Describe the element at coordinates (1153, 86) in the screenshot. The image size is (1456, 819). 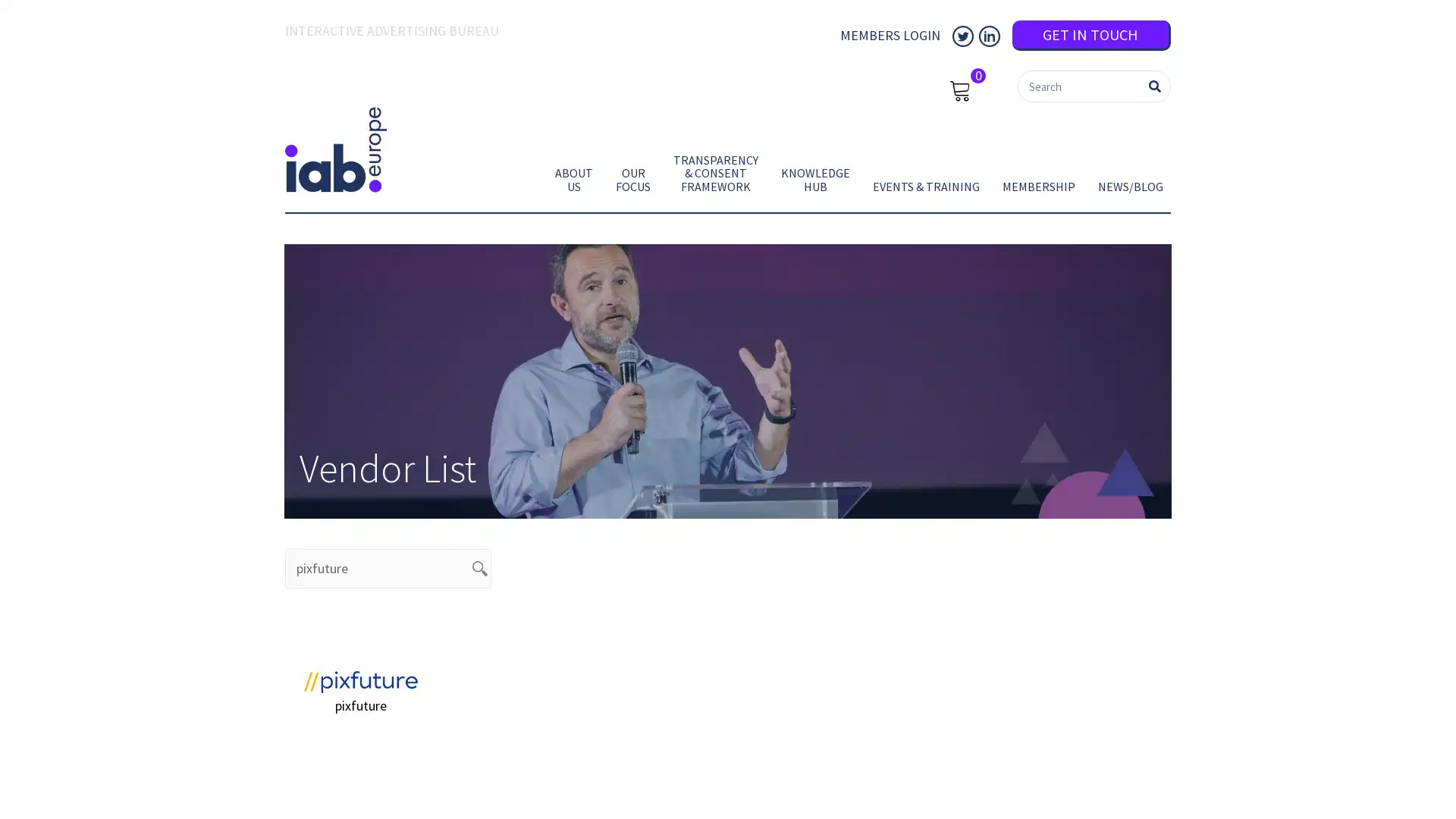
I see `Search` at that location.